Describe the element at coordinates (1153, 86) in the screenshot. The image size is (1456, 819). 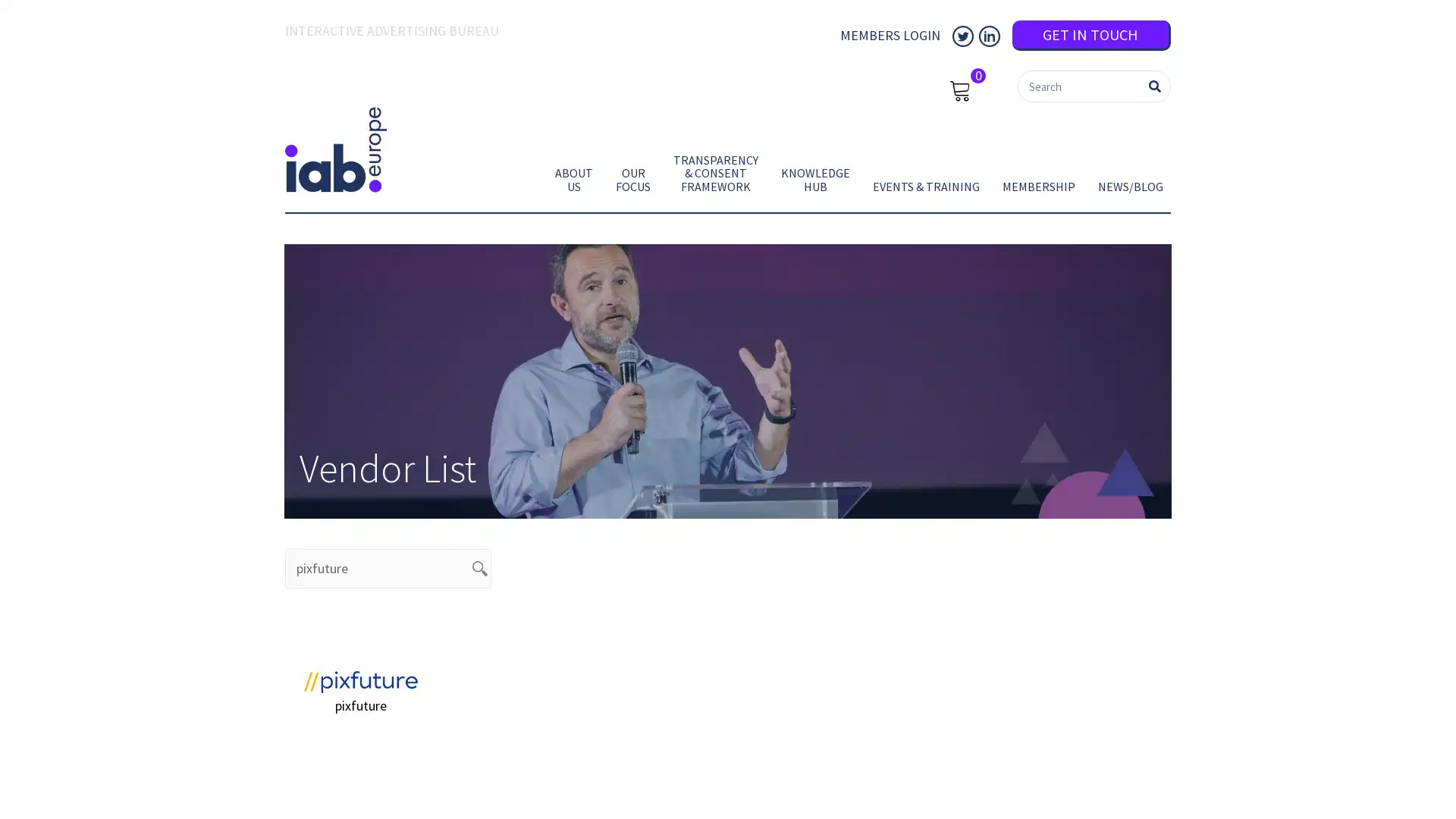
I see `Search` at that location.